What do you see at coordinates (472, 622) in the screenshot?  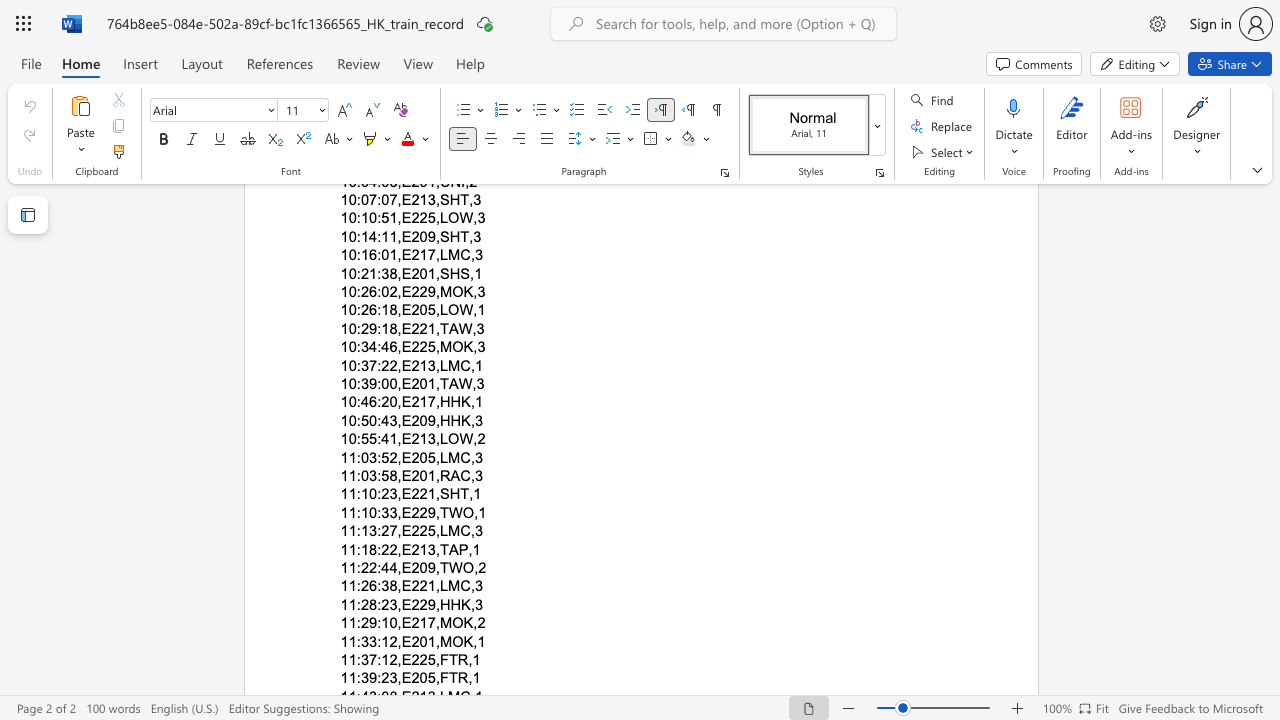 I see `the subset text ",2" within the text "11:29:10,E217,MOK,2"` at bounding box center [472, 622].